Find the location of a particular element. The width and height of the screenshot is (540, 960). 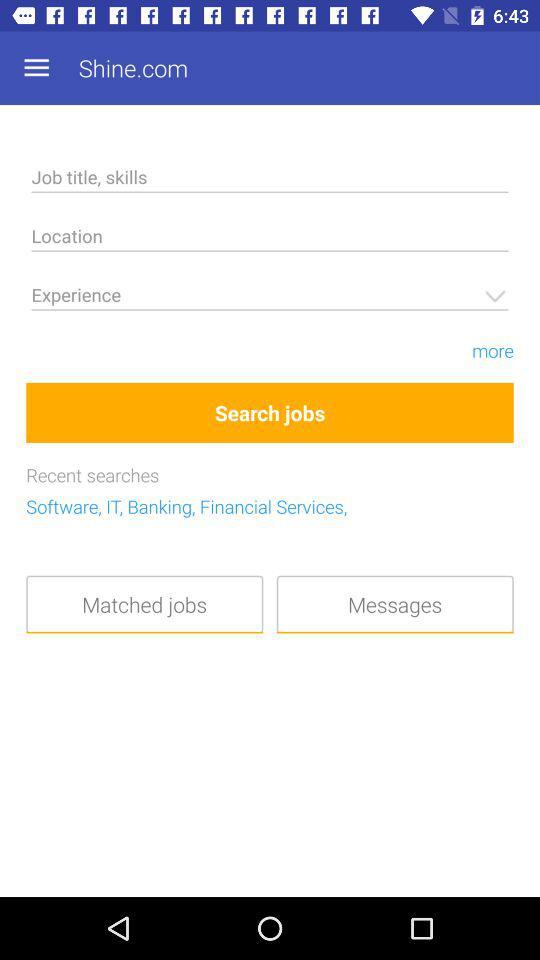

jobs experience is located at coordinates (270, 297).